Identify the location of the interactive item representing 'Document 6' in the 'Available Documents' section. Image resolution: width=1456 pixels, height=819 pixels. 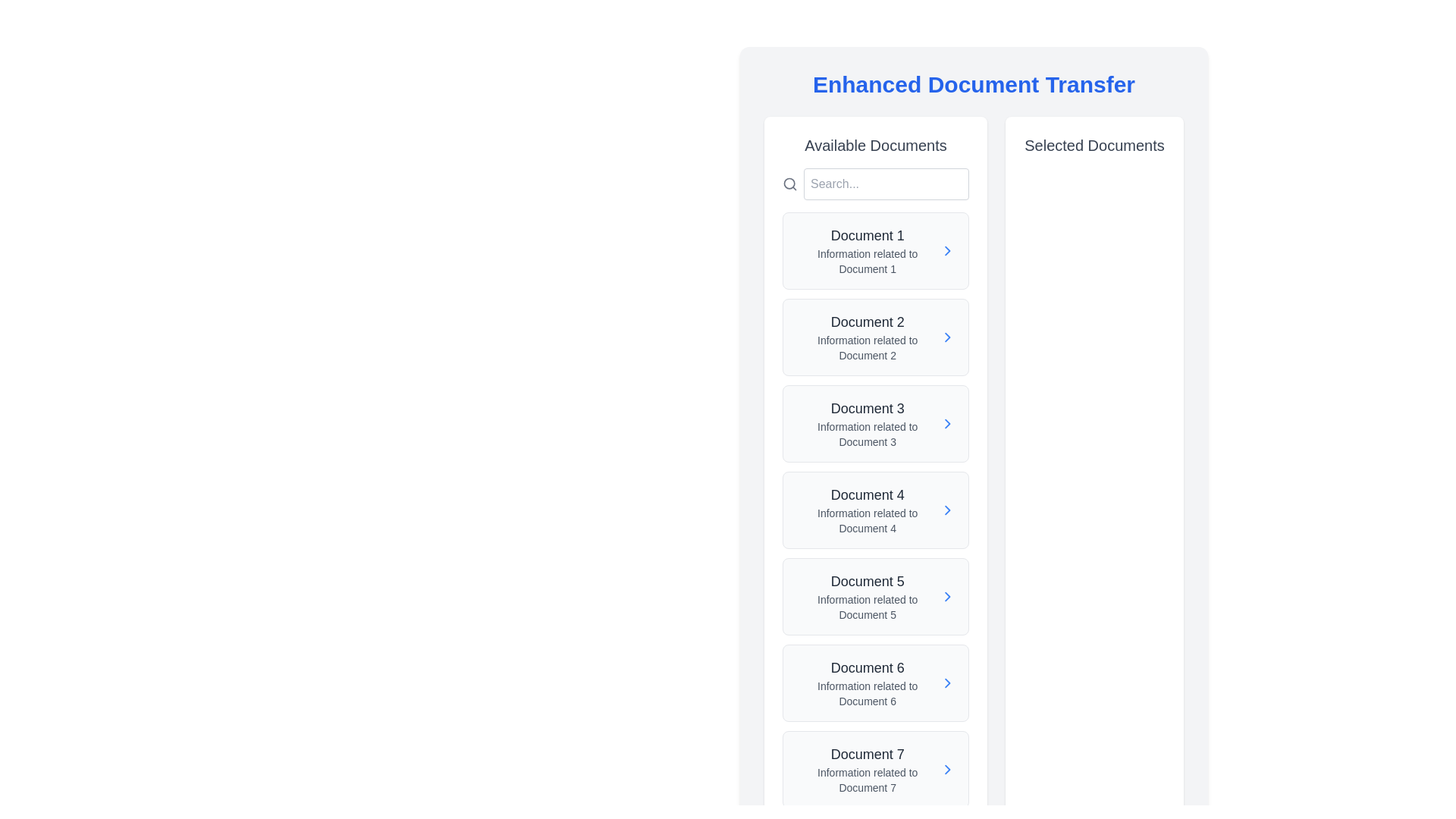
(876, 683).